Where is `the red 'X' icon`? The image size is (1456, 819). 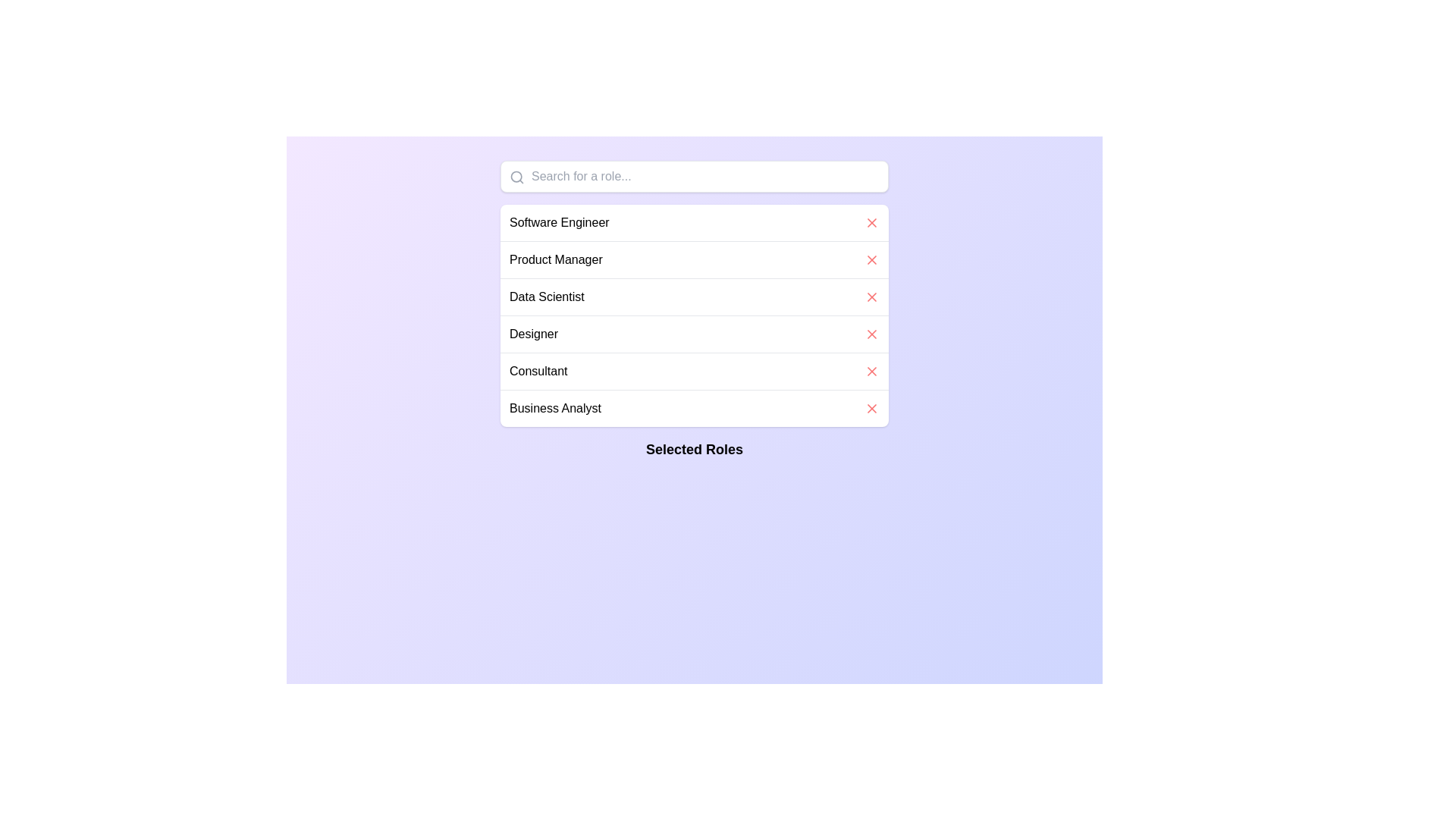
the red 'X' icon is located at coordinates (872, 259).